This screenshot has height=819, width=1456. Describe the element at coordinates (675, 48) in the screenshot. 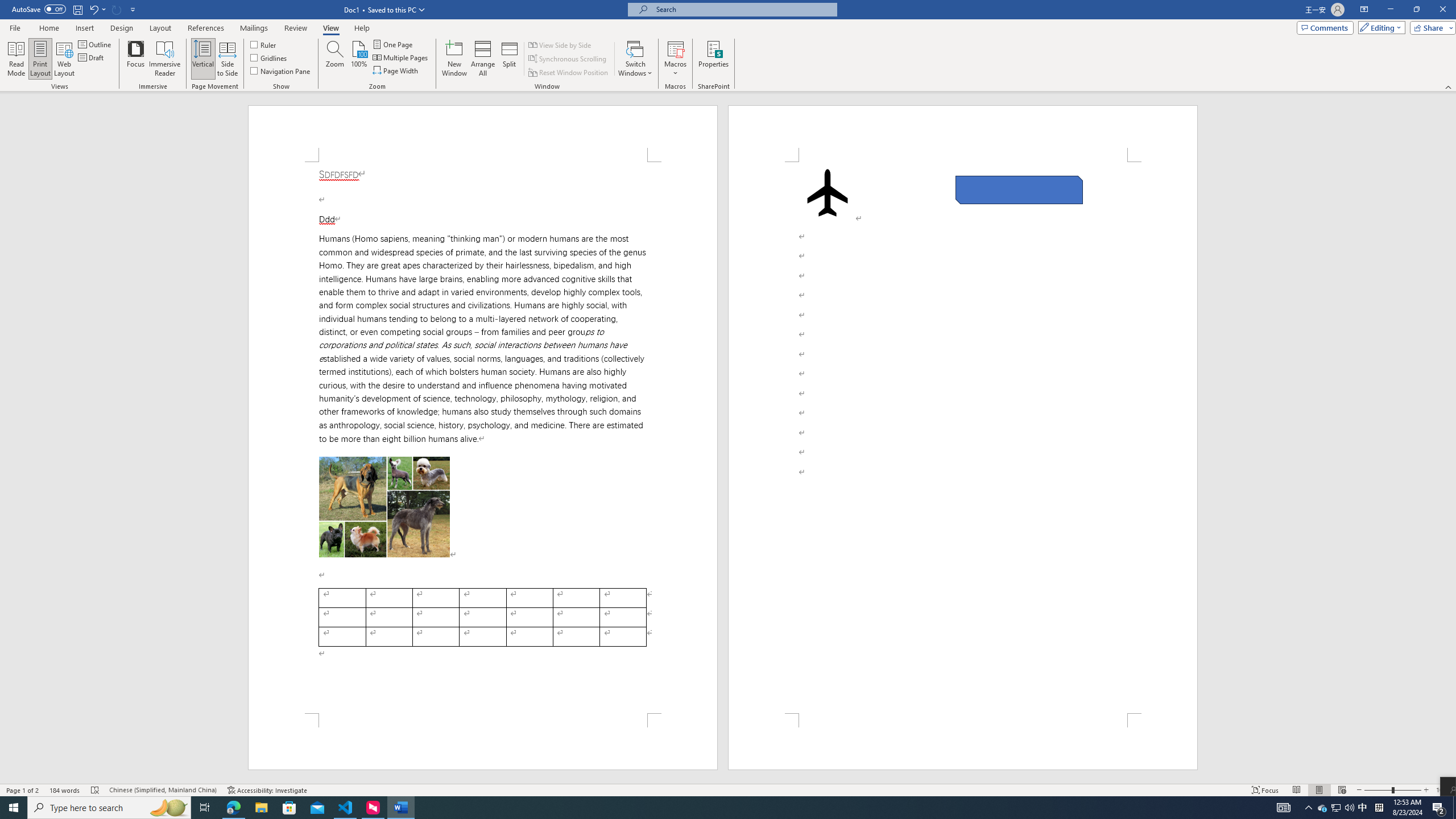

I see `'View Macros'` at that location.